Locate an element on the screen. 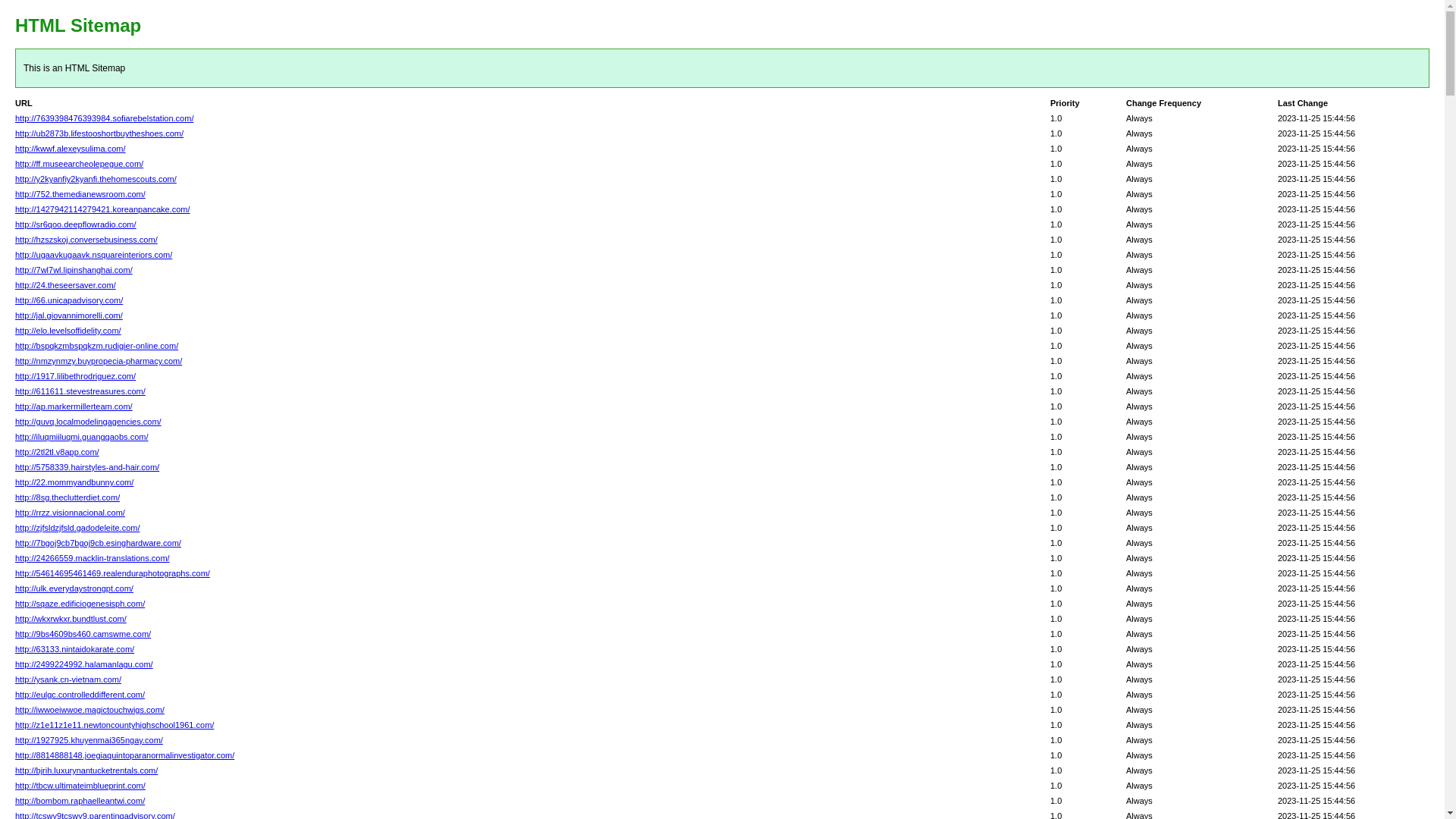 This screenshot has width=1456, height=819. 'http://7wl7wl.lipinshanghai.com/' is located at coordinates (73, 268).